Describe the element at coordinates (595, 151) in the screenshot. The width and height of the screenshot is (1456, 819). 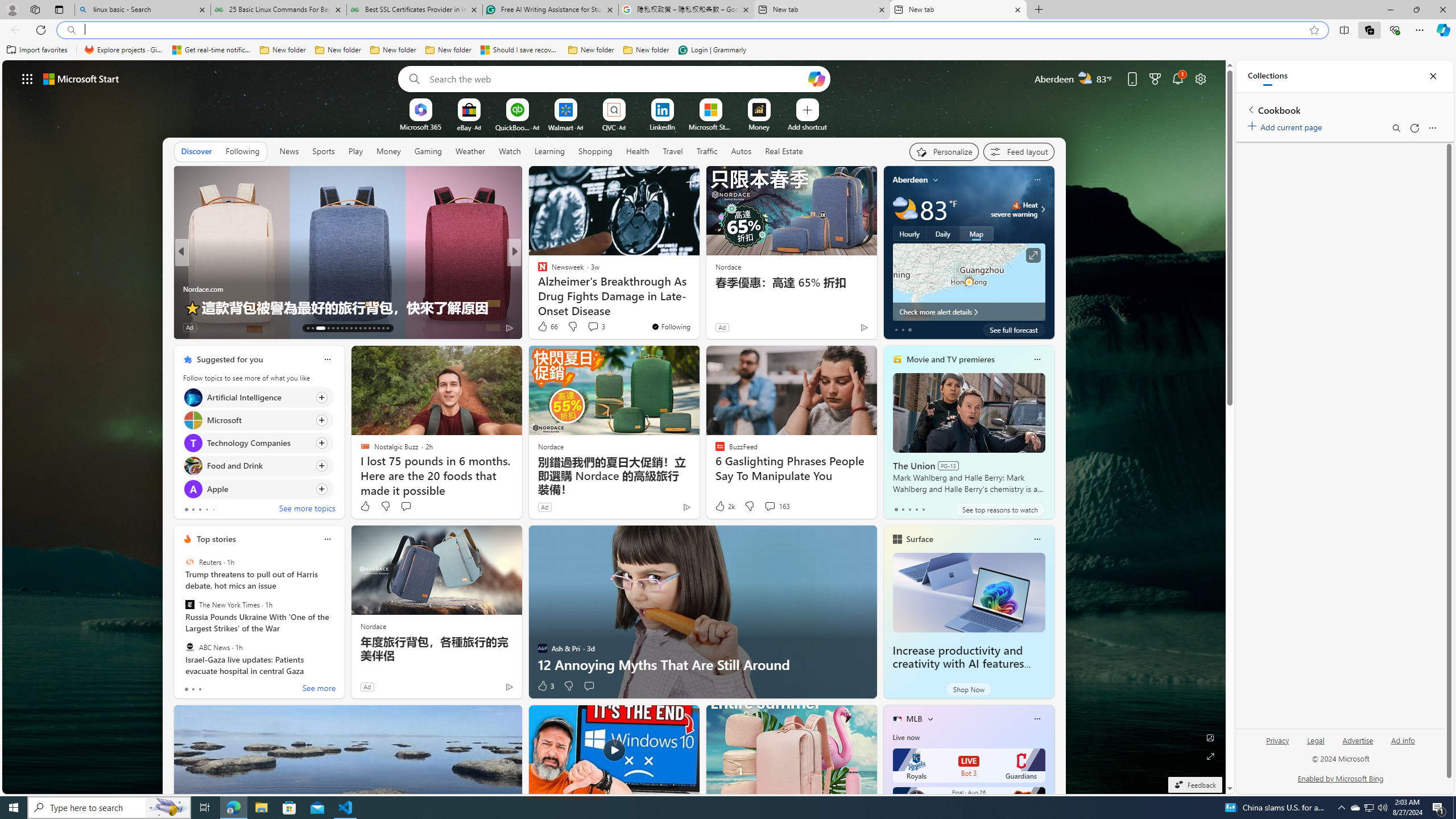
I see `'Shopping'` at that location.